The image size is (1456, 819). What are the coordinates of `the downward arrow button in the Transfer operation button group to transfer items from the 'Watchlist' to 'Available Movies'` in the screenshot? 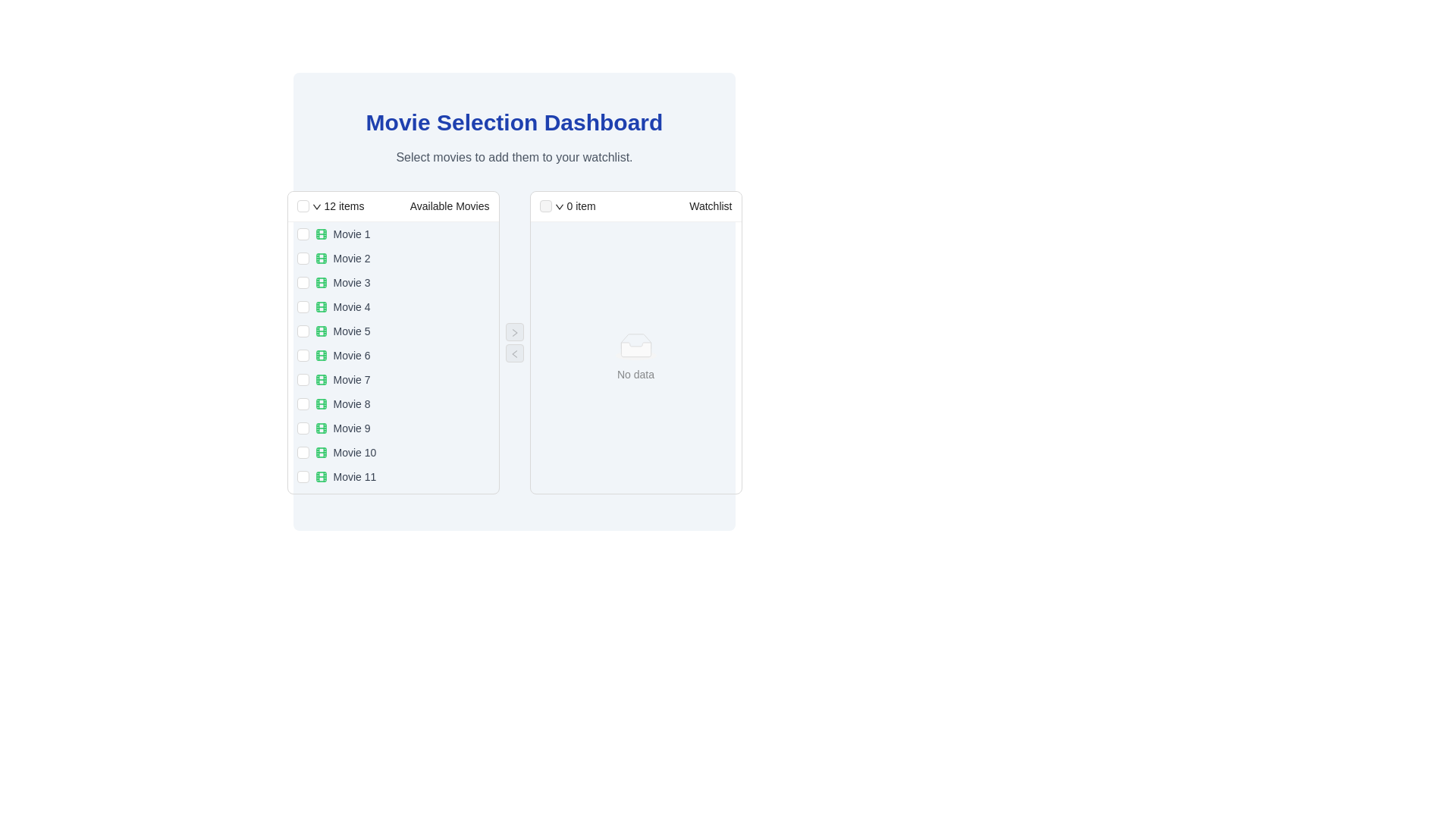 It's located at (514, 342).